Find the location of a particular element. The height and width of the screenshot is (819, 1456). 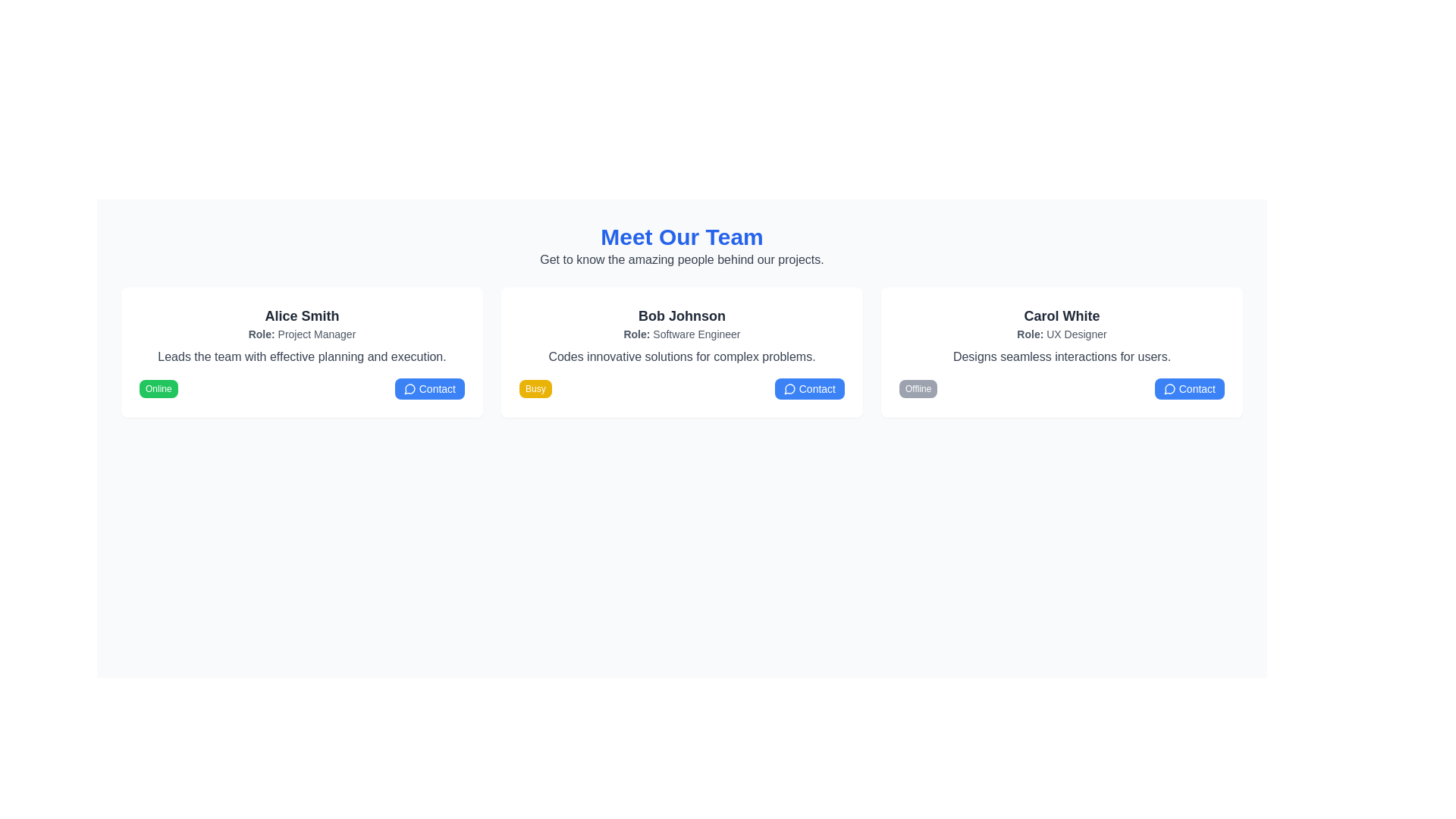

the 'Contact' button with a blue background and white text, located at the bottom-right corner of the rightmost card in a three-card layout is located at coordinates (1188, 388).